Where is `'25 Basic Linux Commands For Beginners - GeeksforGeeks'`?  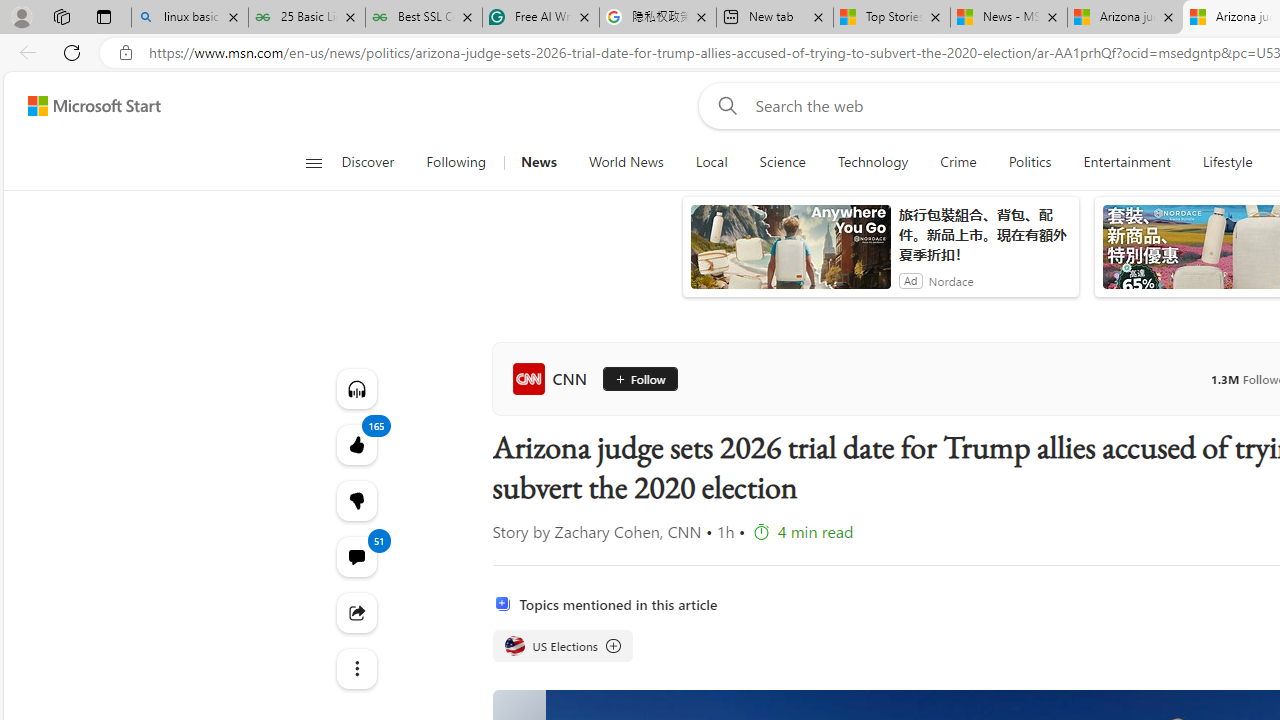
'25 Basic Linux Commands For Beginners - GeeksforGeeks' is located at coordinates (306, 17).